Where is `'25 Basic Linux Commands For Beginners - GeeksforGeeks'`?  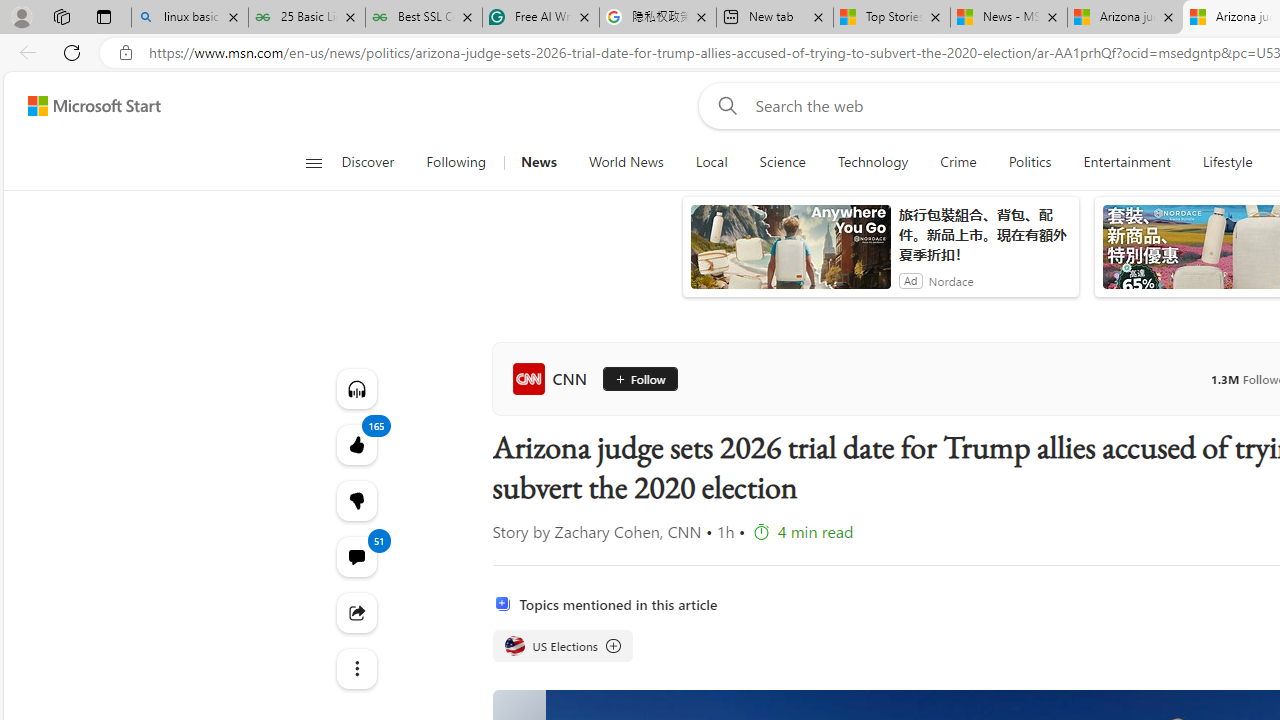
'25 Basic Linux Commands For Beginners - GeeksforGeeks' is located at coordinates (306, 17).